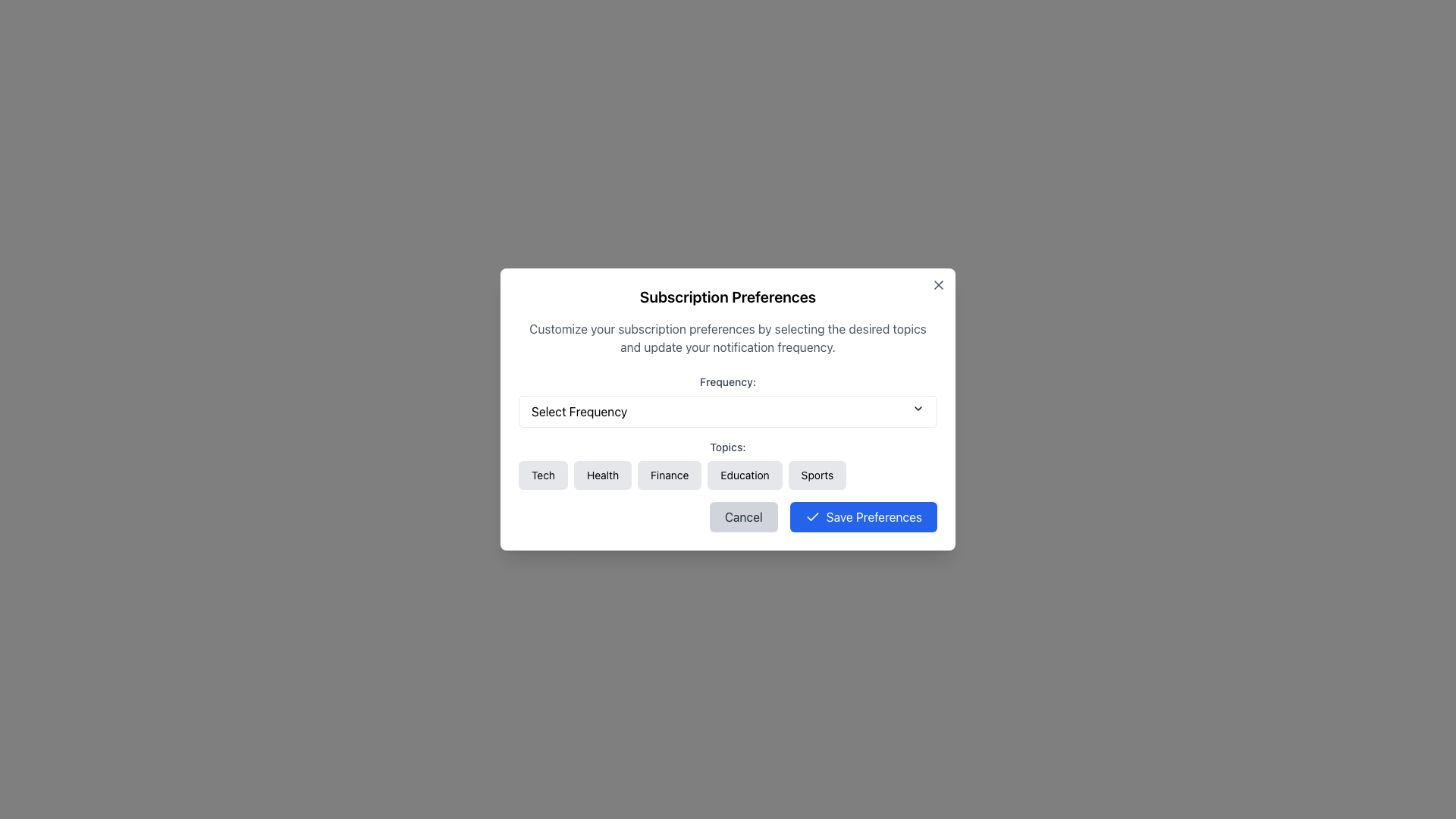 The height and width of the screenshot is (819, 1456). Describe the element at coordinates (938, 284) in the screenshot. I see `the close icon represented by a diagonal cross at the top-right corner of the 'Subscription Preferences' dialog` at that location.